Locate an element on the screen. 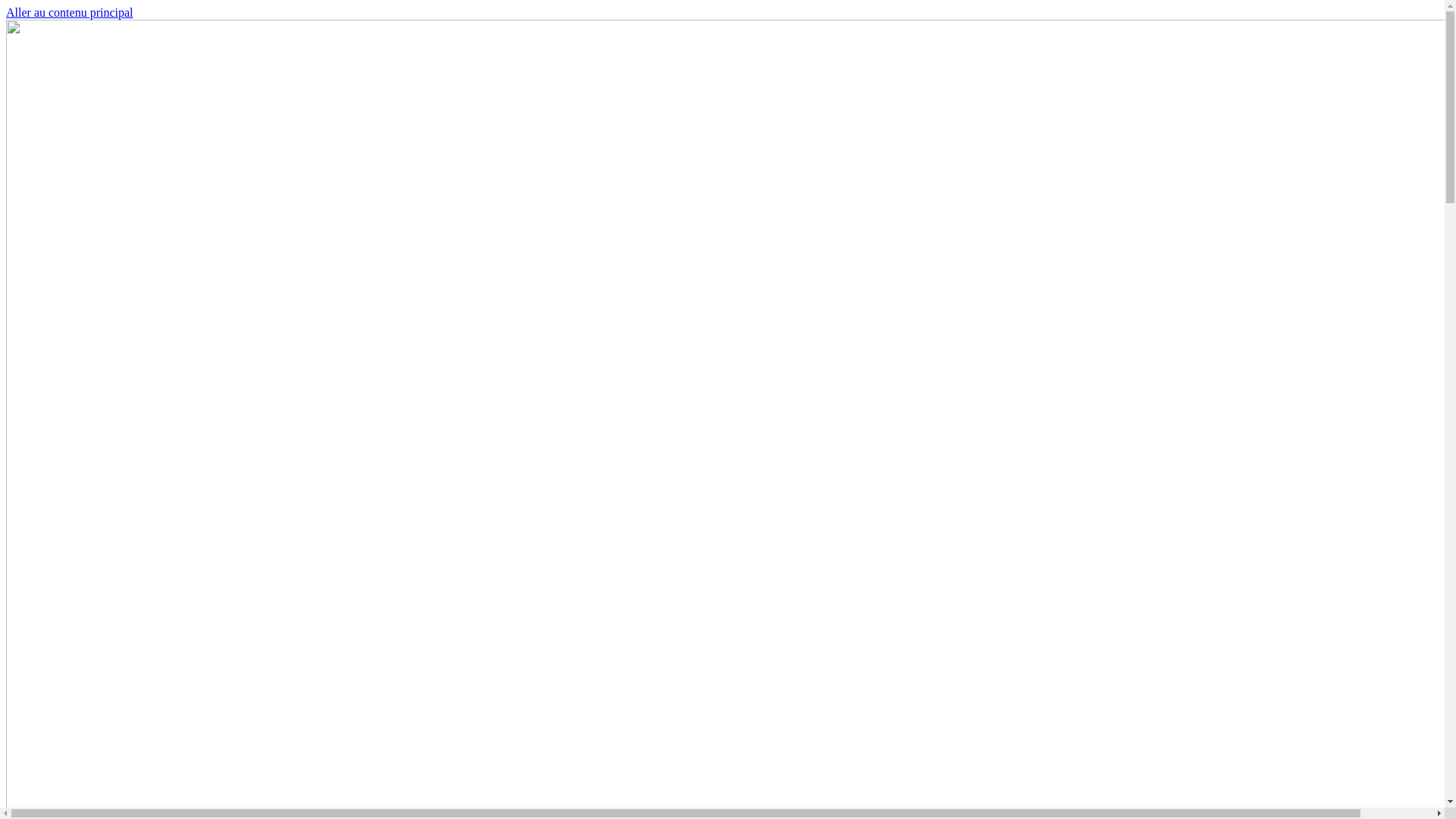  'Aller au contenu principal' is located at coordinates (68, 12).